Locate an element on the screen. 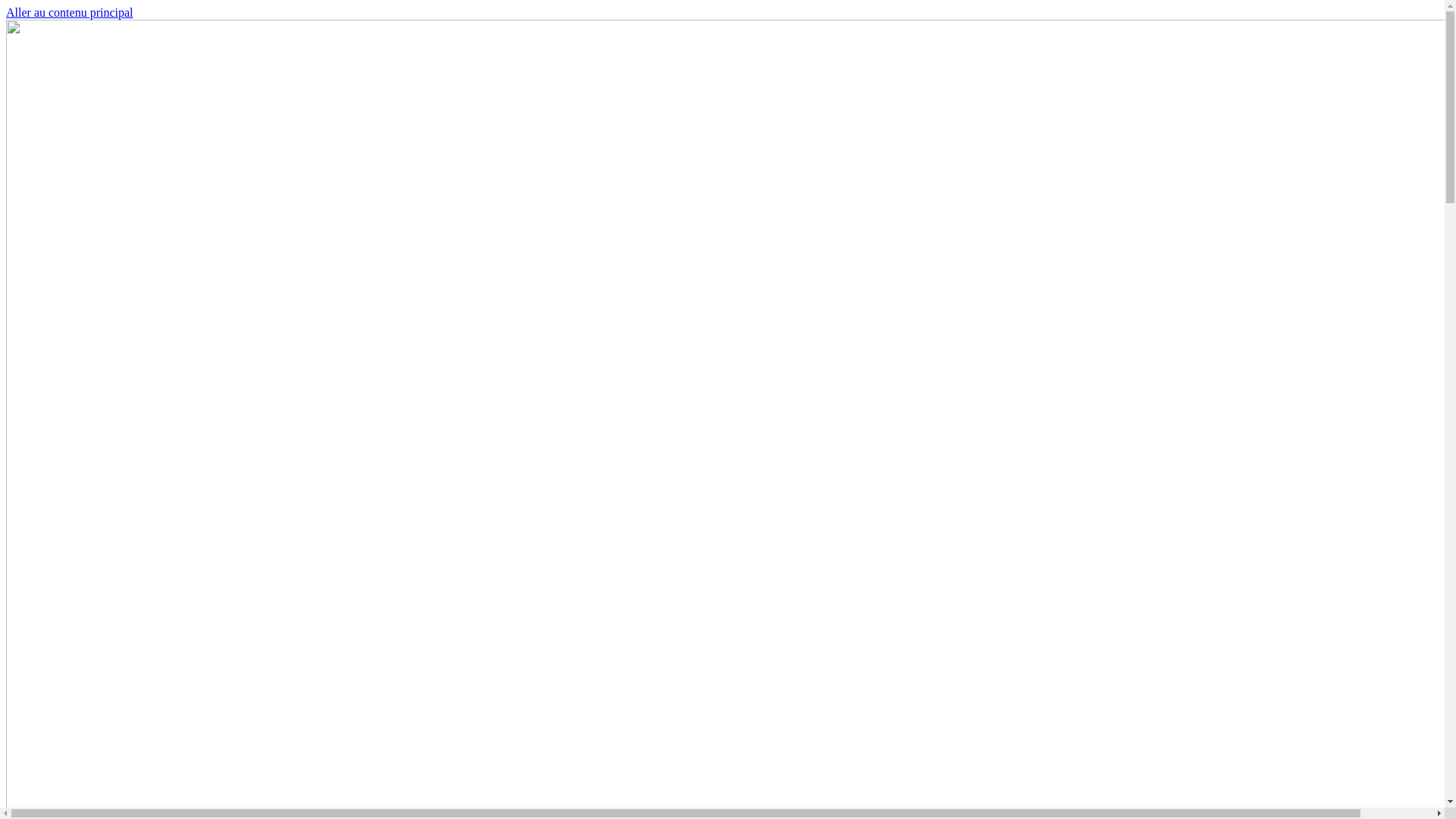  'Aller au contenu principal' is located at coordinates (68, 12).